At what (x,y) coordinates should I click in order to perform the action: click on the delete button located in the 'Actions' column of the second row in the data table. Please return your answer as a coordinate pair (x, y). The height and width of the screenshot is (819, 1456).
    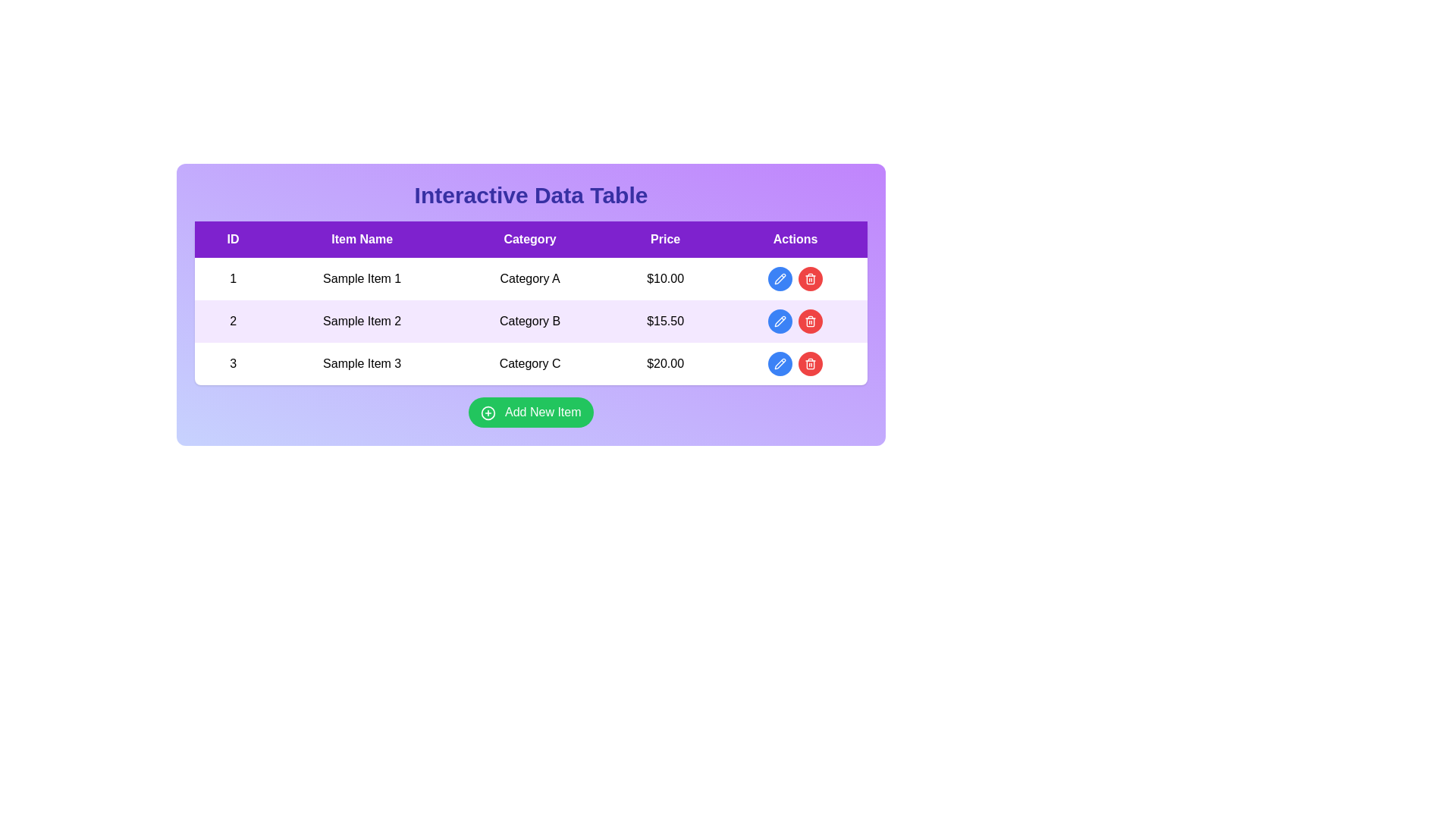
    Looking at the image, I should click on (810, 321).